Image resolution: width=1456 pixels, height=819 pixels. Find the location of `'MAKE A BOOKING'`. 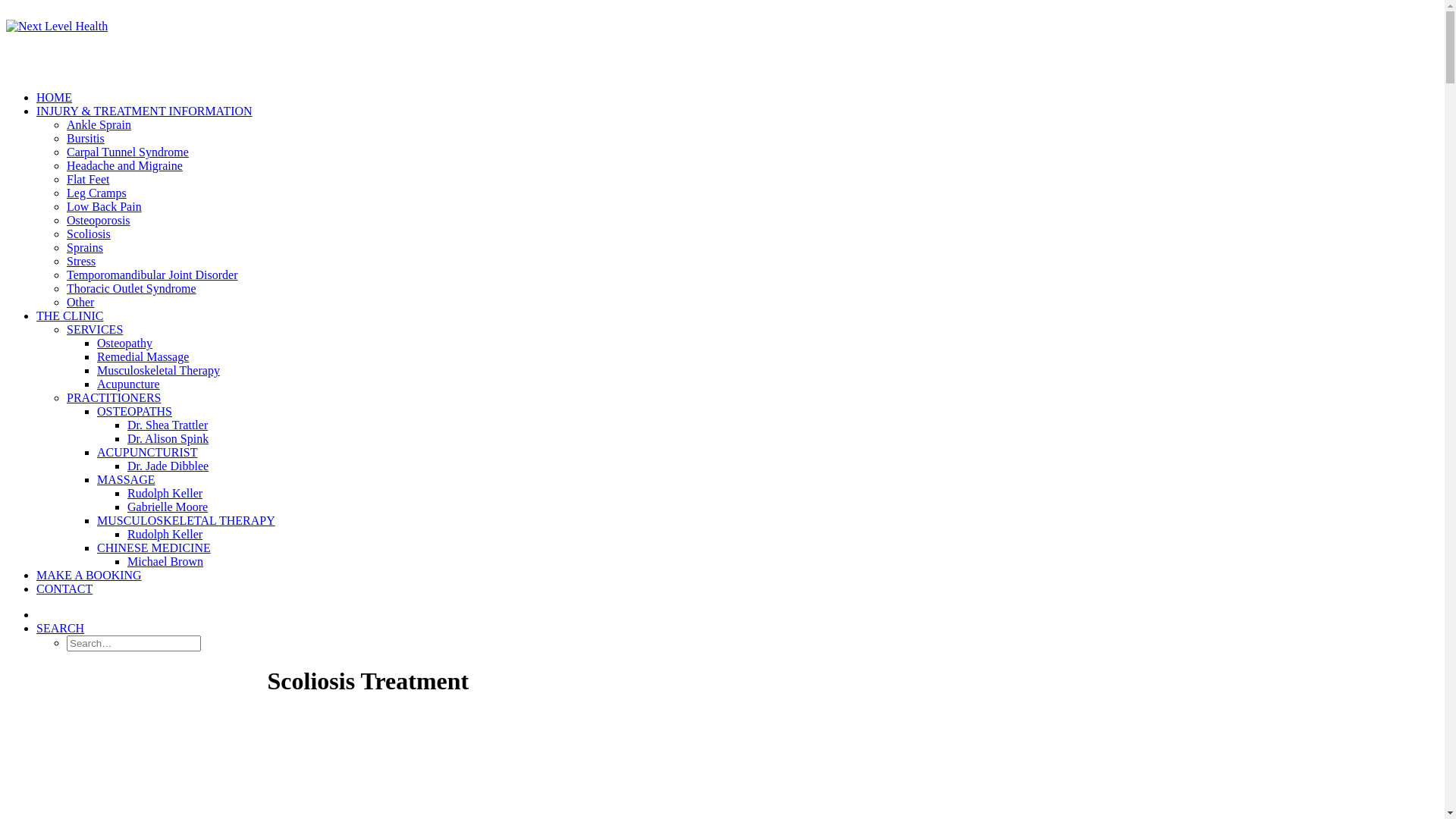

'MAKE A BOOKING' is located at coordinates (88, 575).